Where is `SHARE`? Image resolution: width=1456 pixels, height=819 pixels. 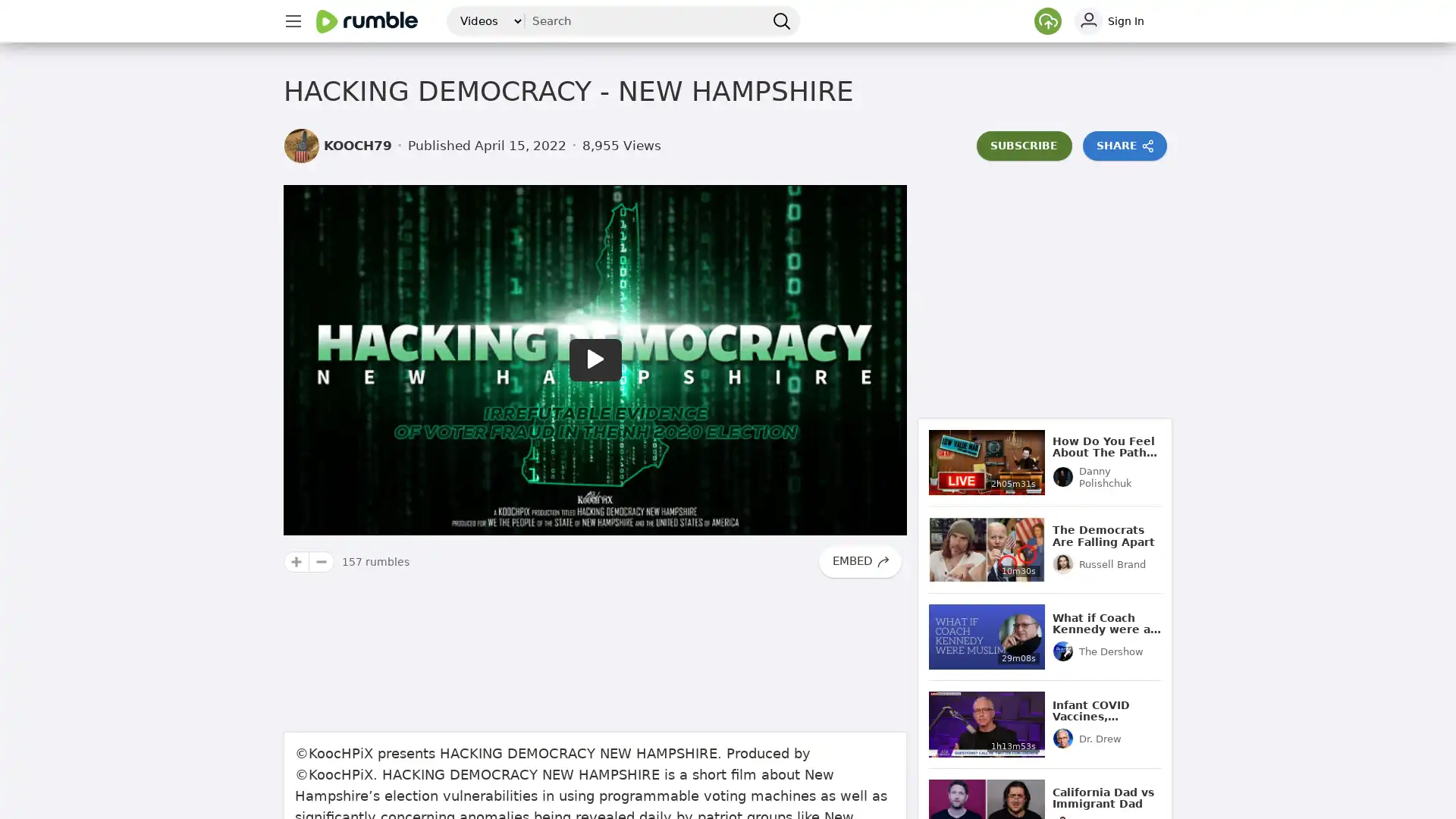 SHARE is located at coordinates (1125, 146).